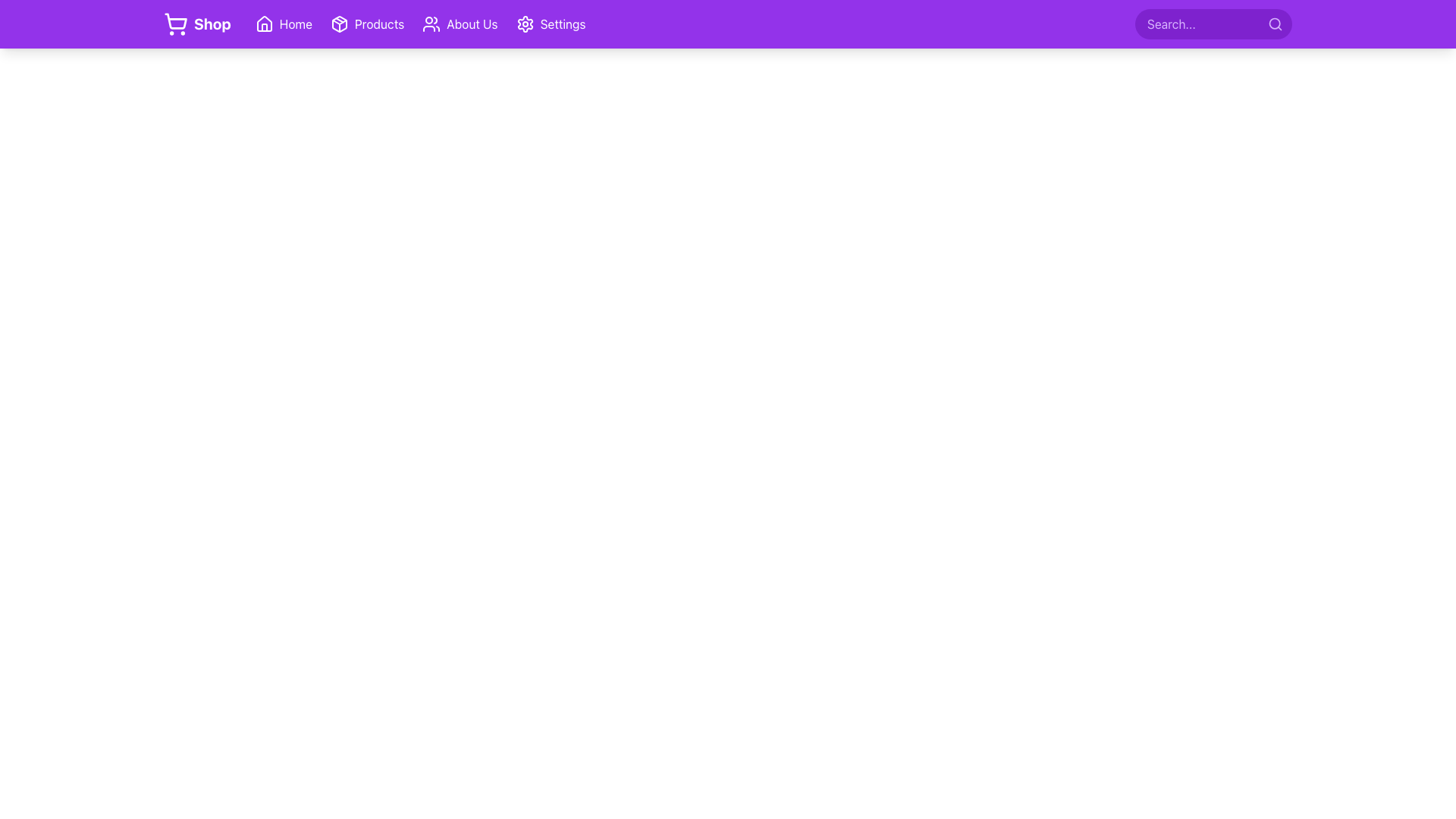  Describe the element at coordinates (459, 24) in the screenshot. I see `the 'About Us' button located in the navigation bar between the 'Products' and 'Settings' links` at that location.